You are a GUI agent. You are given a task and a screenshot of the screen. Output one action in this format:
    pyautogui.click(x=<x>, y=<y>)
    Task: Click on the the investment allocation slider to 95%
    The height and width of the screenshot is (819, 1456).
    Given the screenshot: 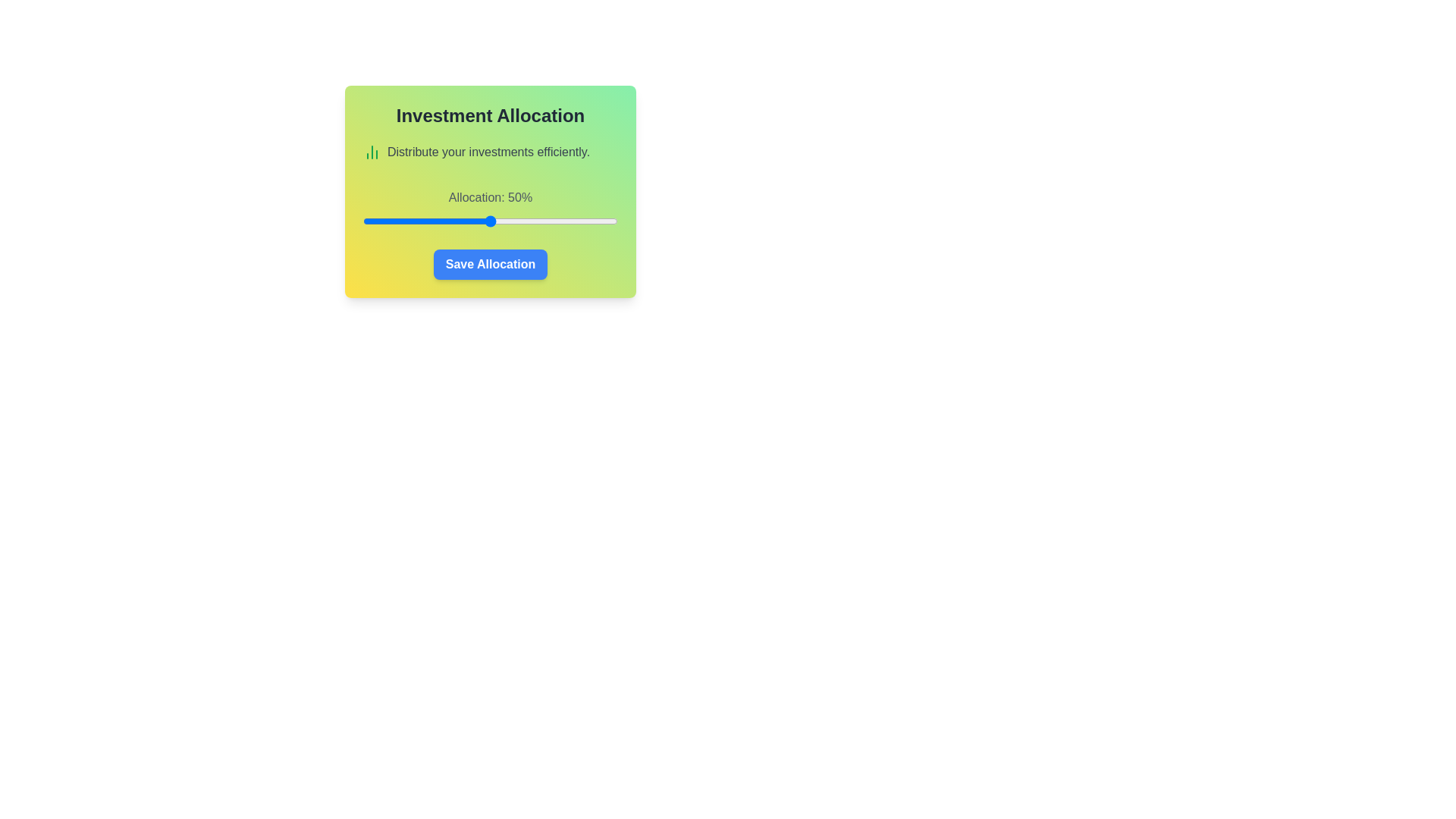 What is the action you would take?
    pyautogui.click(x=604, y=221)
    